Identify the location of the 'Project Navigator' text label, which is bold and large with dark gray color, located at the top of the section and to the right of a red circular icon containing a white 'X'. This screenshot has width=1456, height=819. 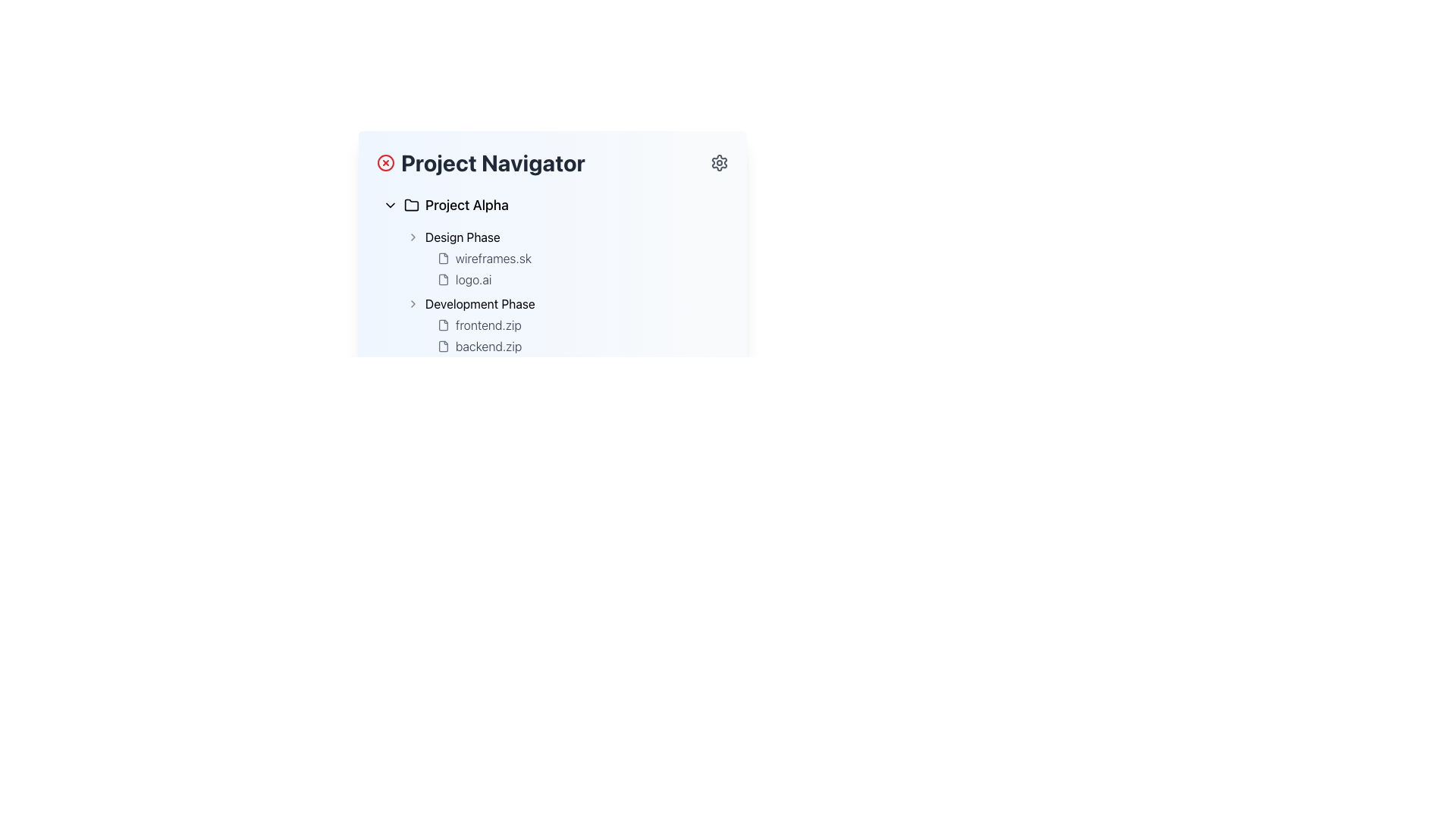
(480, 163).